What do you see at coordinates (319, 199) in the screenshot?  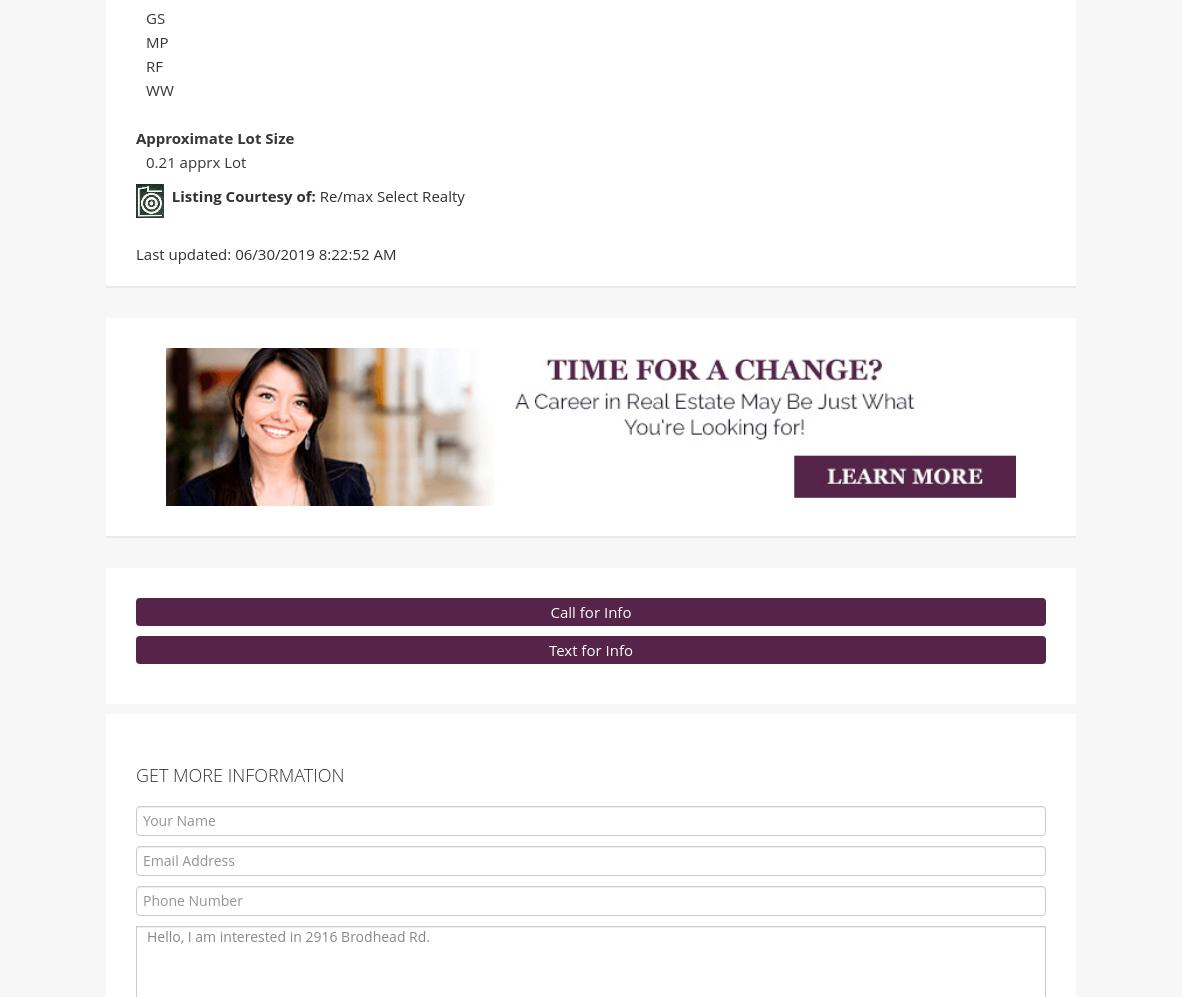 I see `'Re/max Select Realty'` at bounding box center [319, 199].